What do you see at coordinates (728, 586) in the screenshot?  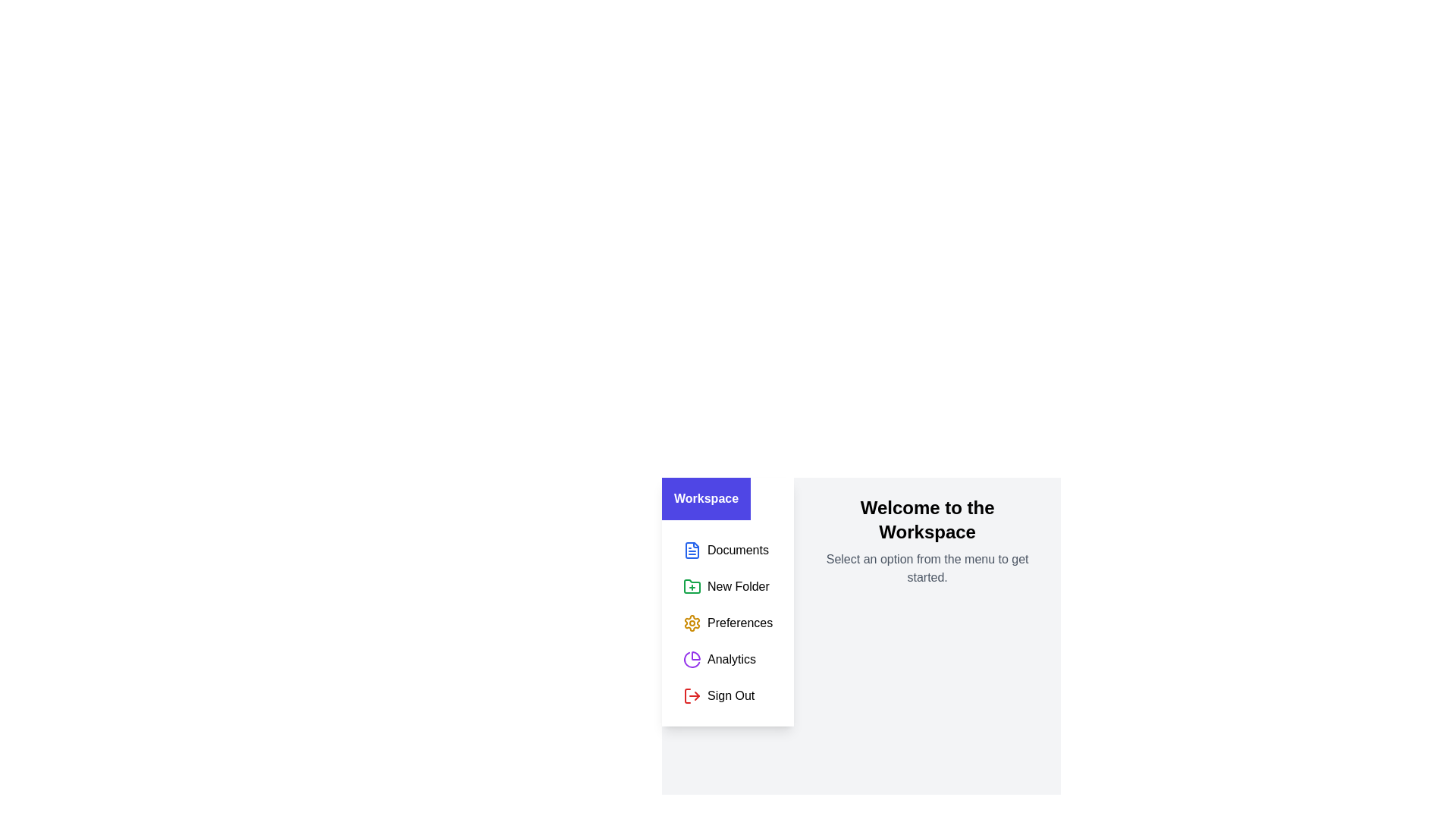 I see `the menu item corresponding to New Folder` at bounding box center [728, 586].